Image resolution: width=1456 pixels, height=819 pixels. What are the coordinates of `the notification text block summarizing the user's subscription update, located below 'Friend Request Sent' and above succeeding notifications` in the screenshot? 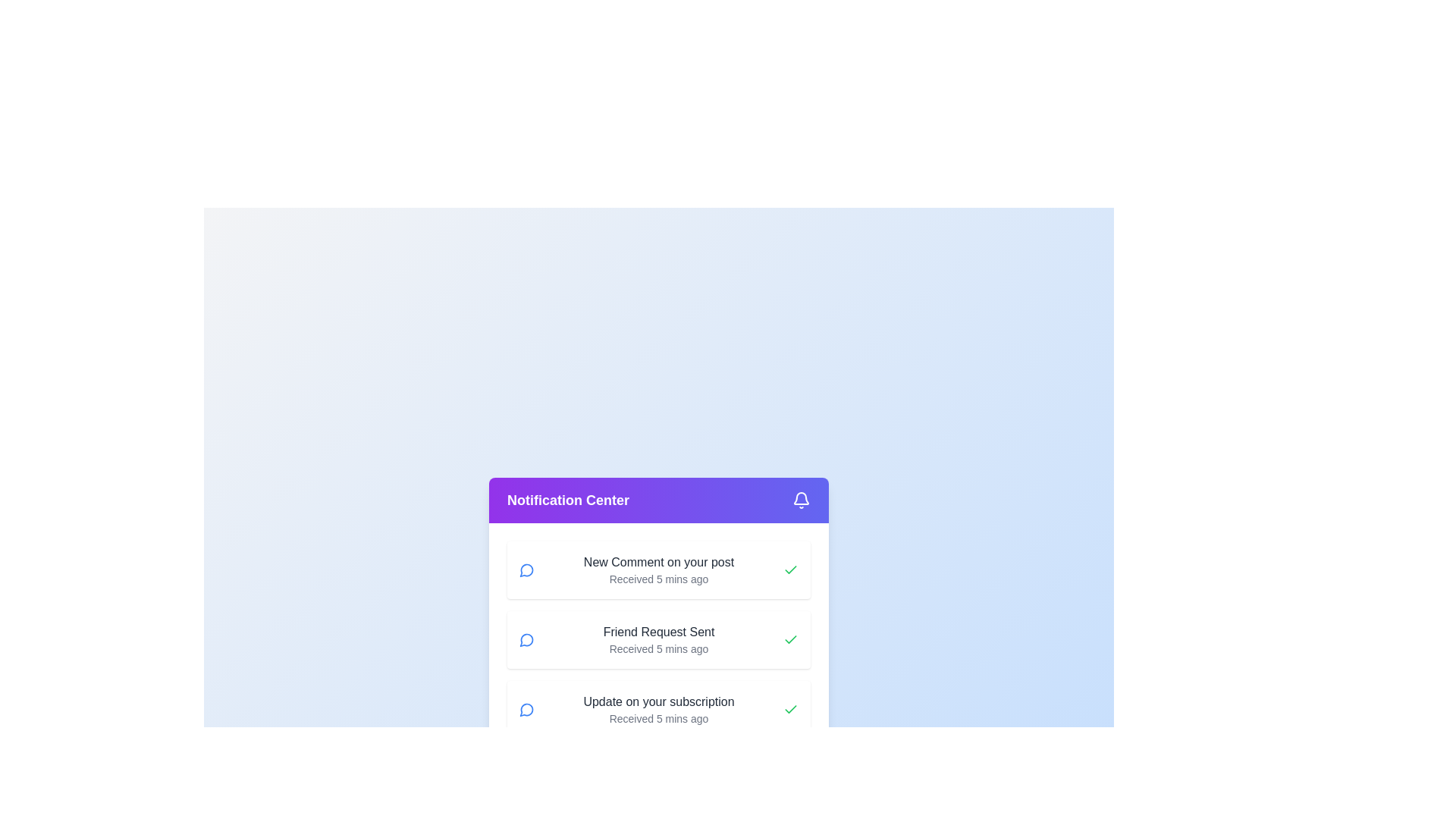 It's located at (658, 710).